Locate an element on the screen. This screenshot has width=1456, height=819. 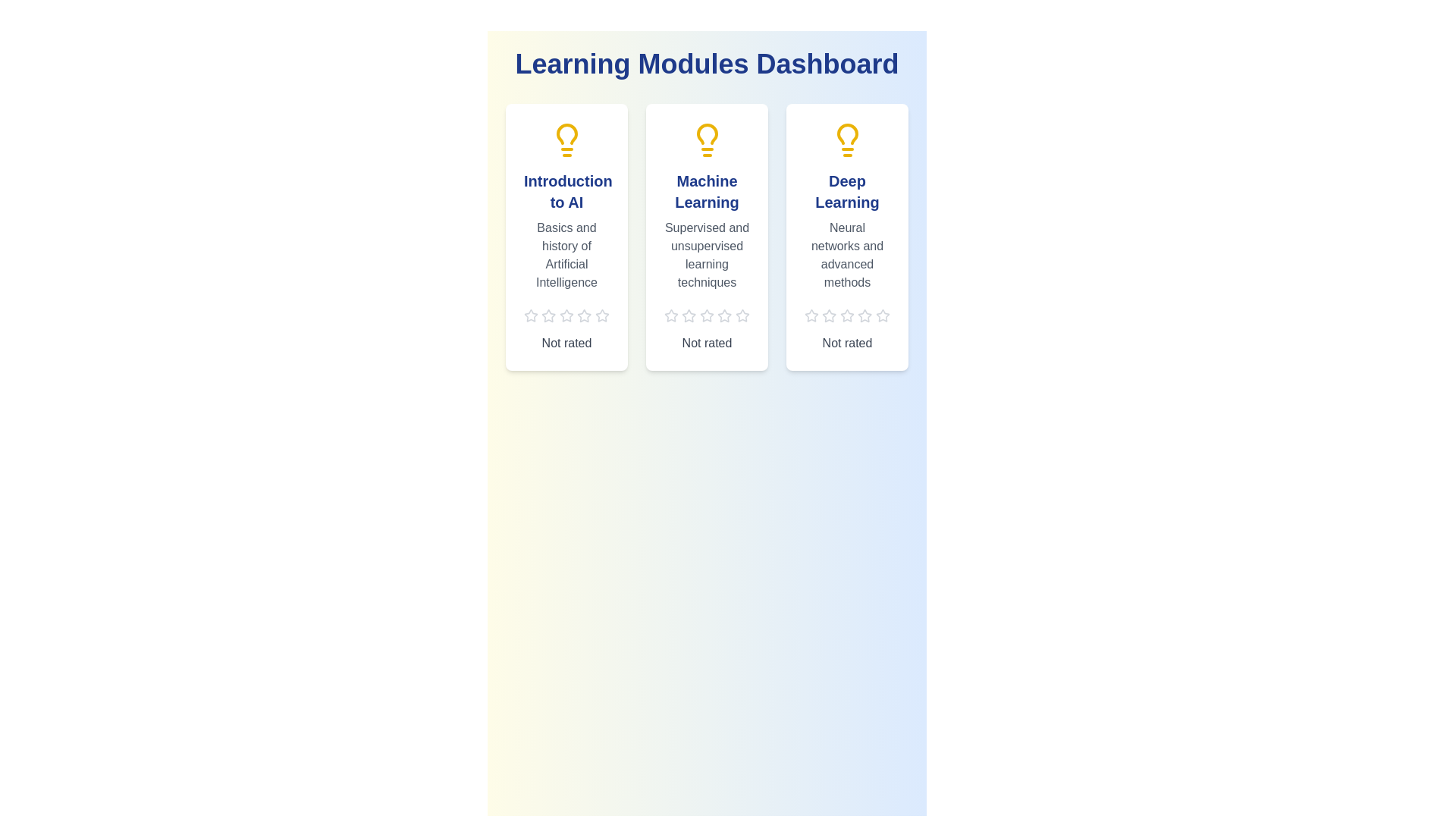
the rating of a module to 4 stars by clicking on the corresponding star is located at coordinates (583, 315).